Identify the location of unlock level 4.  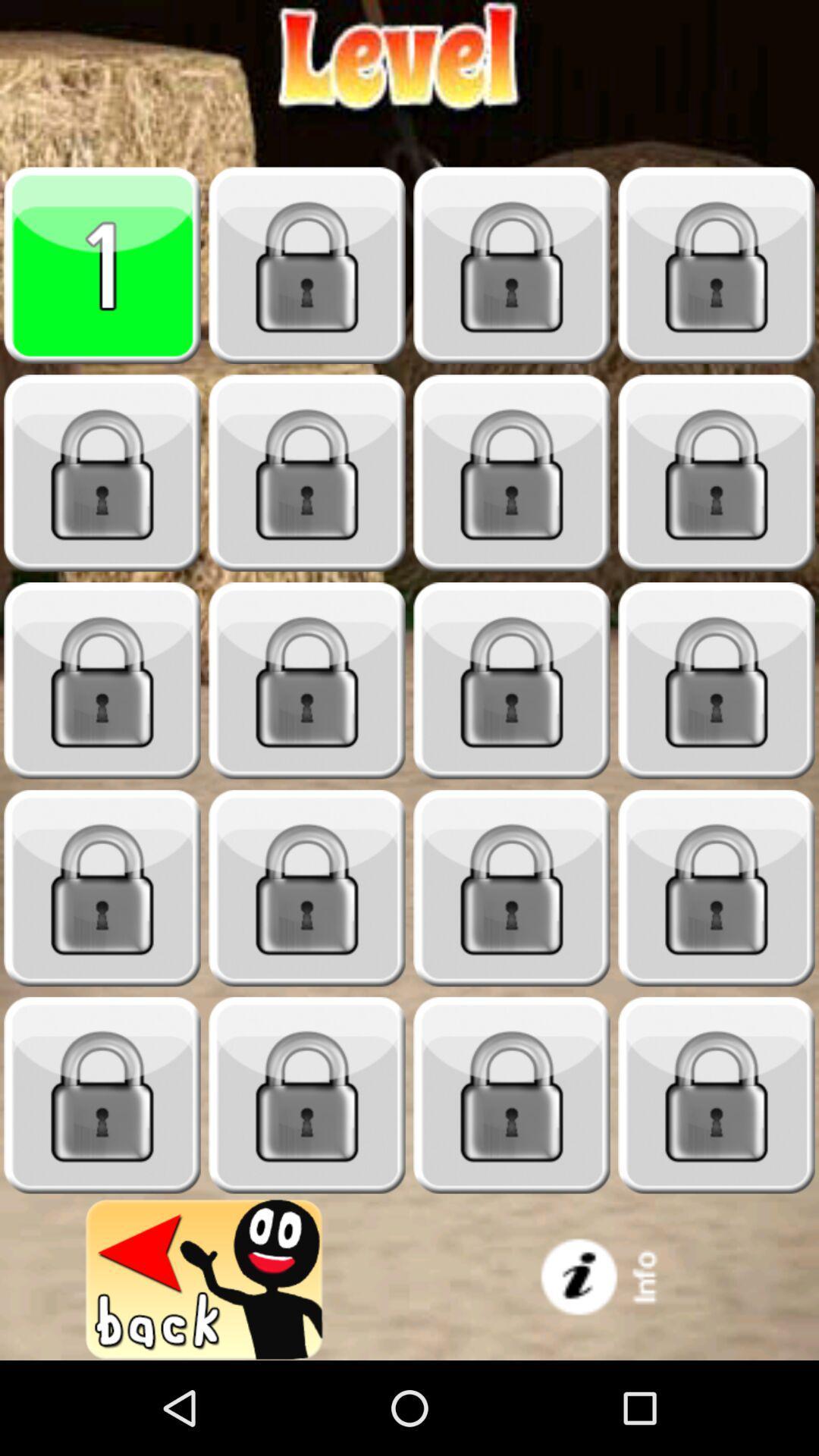
(717, 265).